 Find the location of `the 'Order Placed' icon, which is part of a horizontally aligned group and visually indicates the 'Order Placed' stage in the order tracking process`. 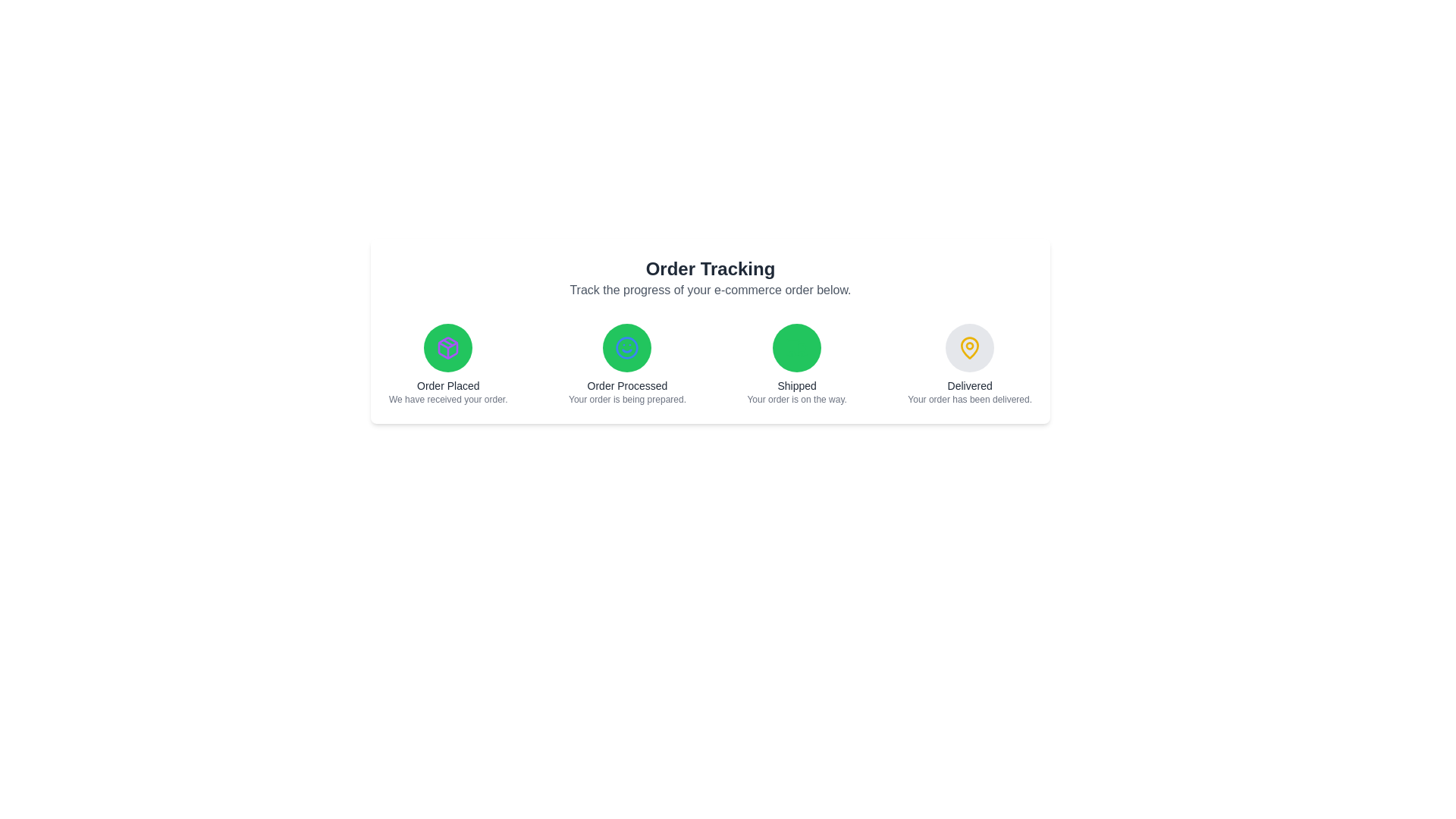

the 'Order Placed' icon, which is part of a horizontally aligned group and visually indicates the 'Order Placed' stage in the order tracking process is located at coordinates (447, 348).